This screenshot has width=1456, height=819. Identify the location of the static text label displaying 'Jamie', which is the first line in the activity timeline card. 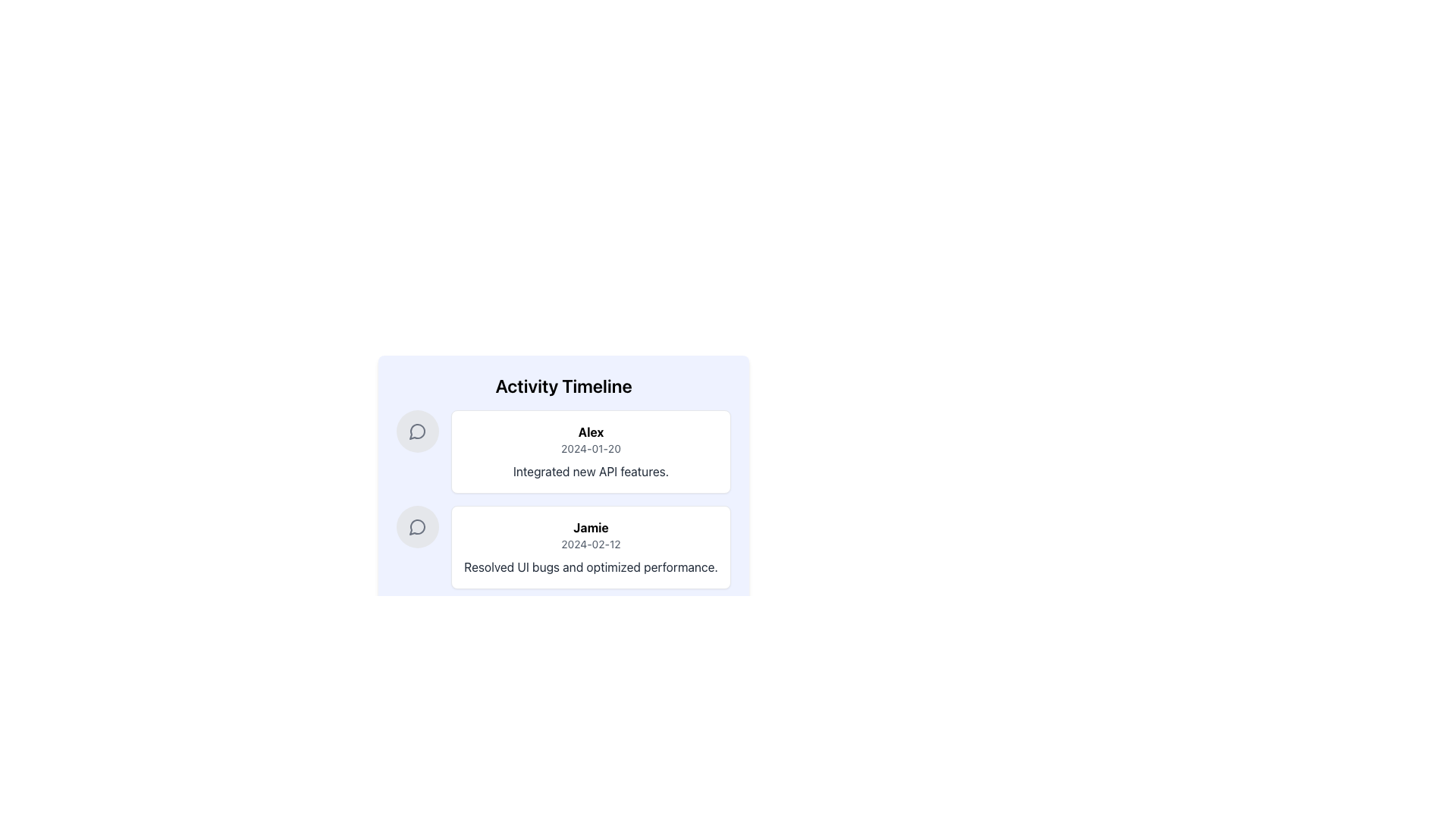
(590, 526).